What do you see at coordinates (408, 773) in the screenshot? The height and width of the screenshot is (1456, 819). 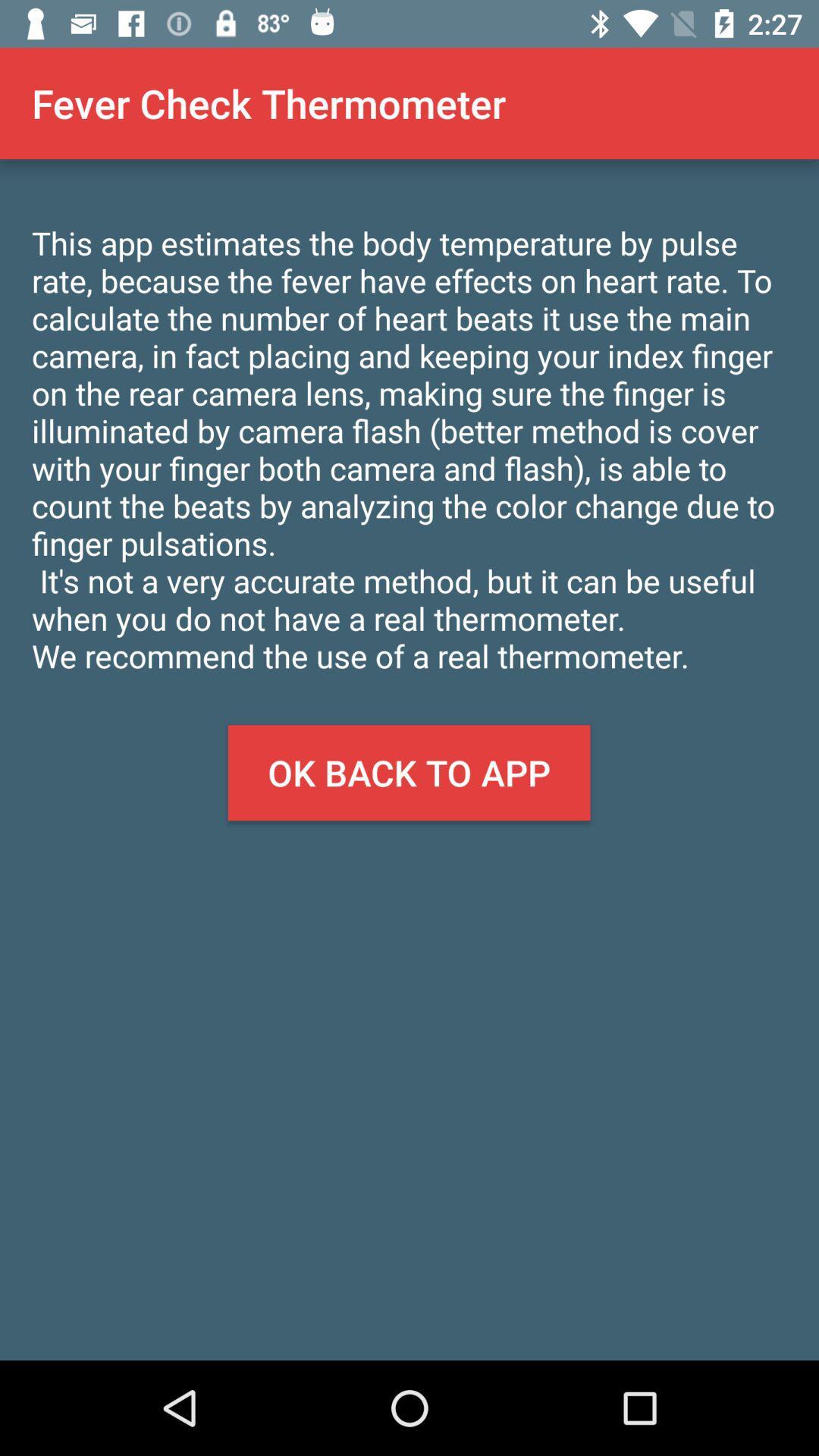 I see `the ok back to` at bounding box center [408, 773].